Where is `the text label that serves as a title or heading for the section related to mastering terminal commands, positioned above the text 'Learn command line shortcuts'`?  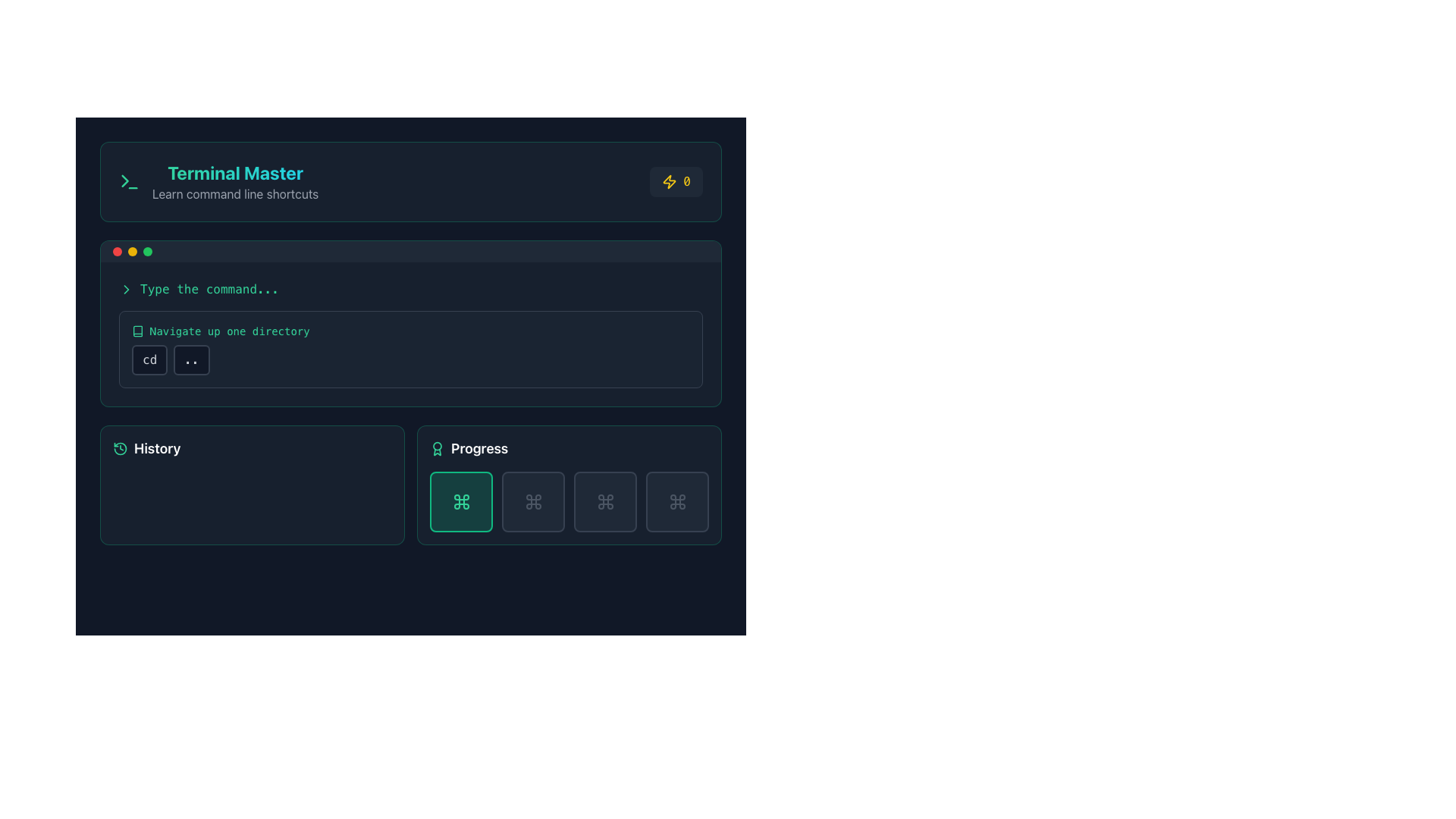 the text label that serves as a title or heading for the section related to mastering terminal commands, positioned above the text 'Learn command line shortcuts' is located at coordinates (234, 171).